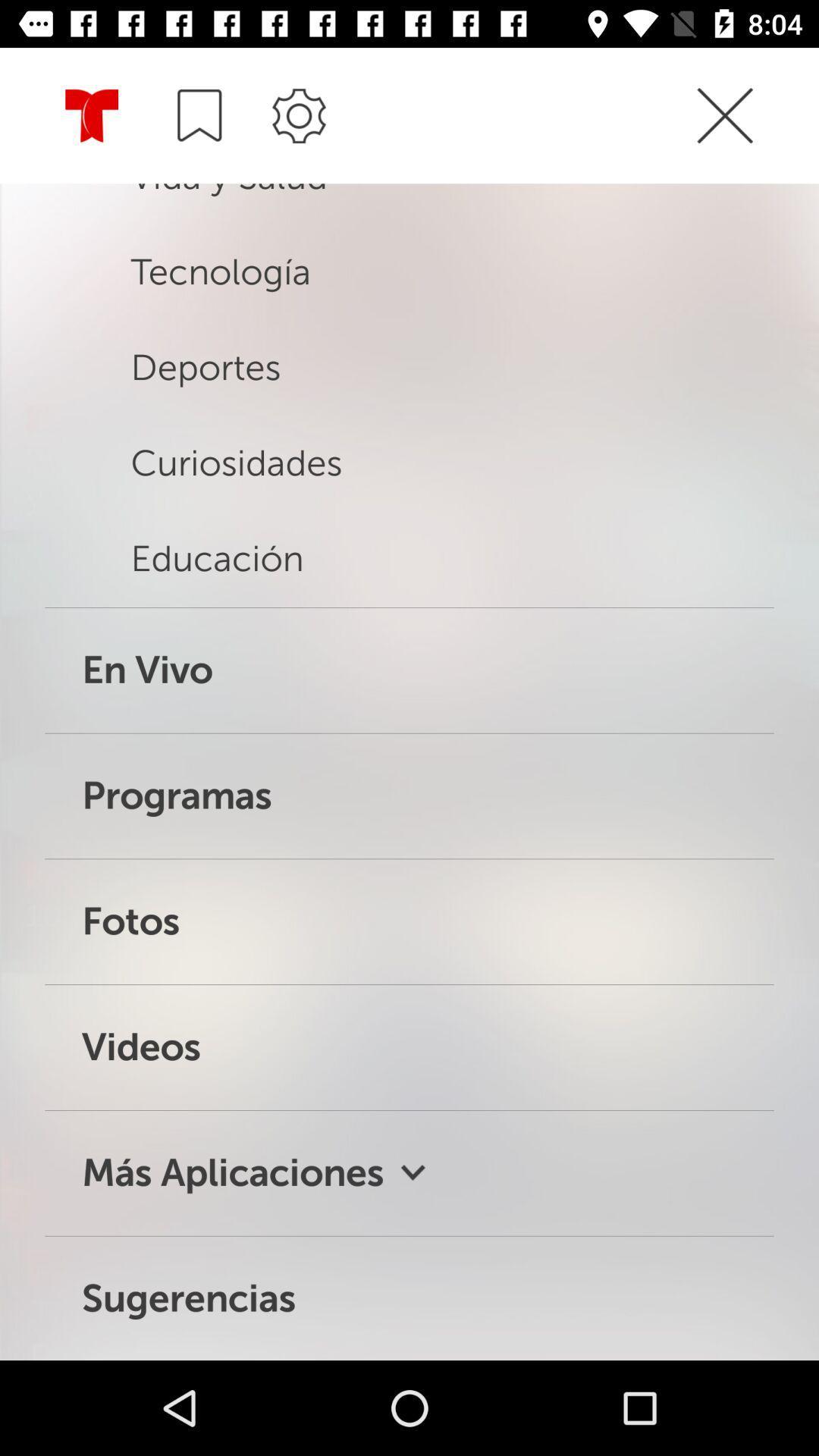 The width and height of the screenshot is (819, 1456). Describe the element at coordinates (754, 116) in the screenshot. I see `the close icon` at that location.